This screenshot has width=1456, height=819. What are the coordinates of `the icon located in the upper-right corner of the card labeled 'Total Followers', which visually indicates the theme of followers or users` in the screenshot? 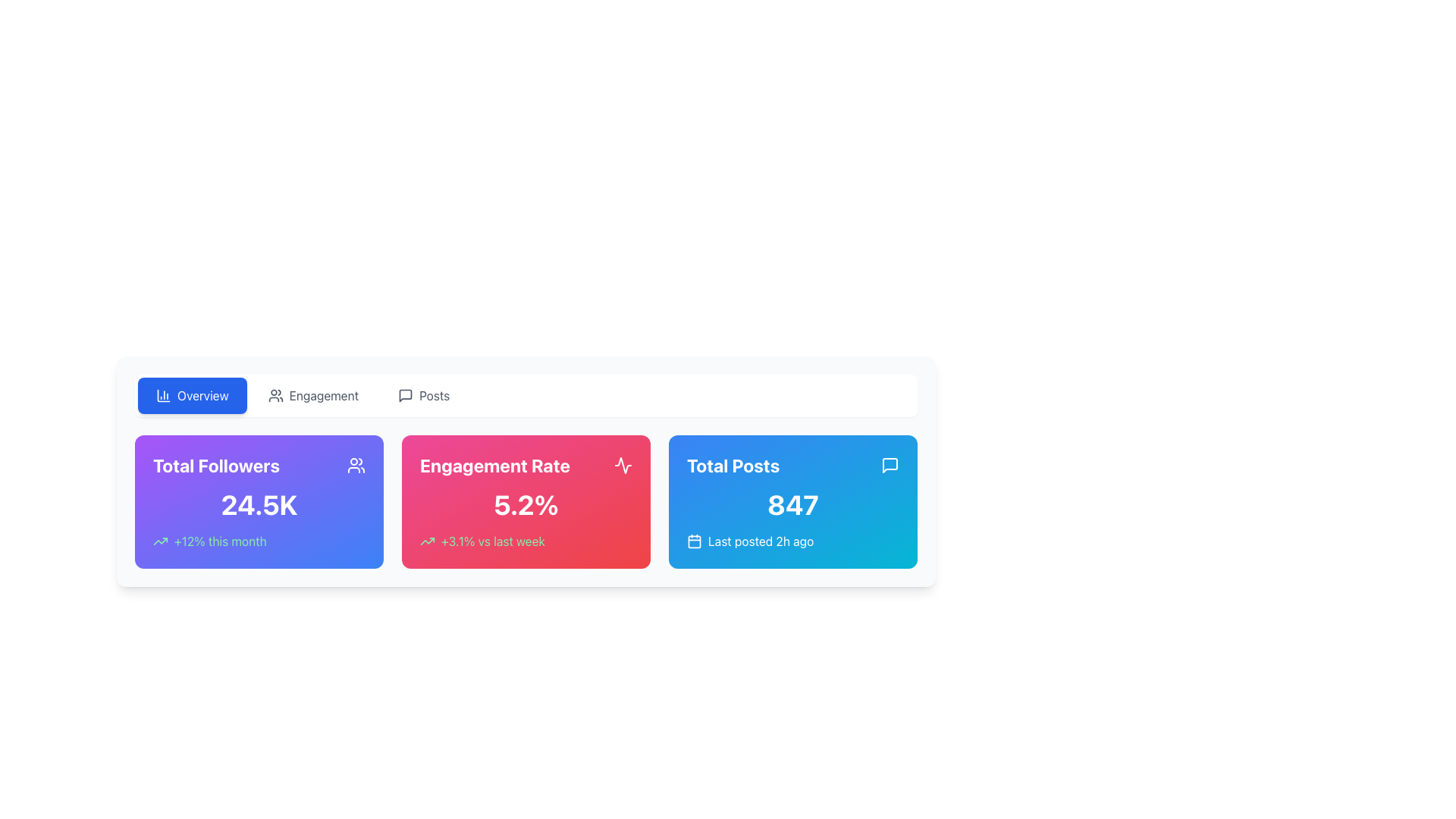 It's located at (356, 464).